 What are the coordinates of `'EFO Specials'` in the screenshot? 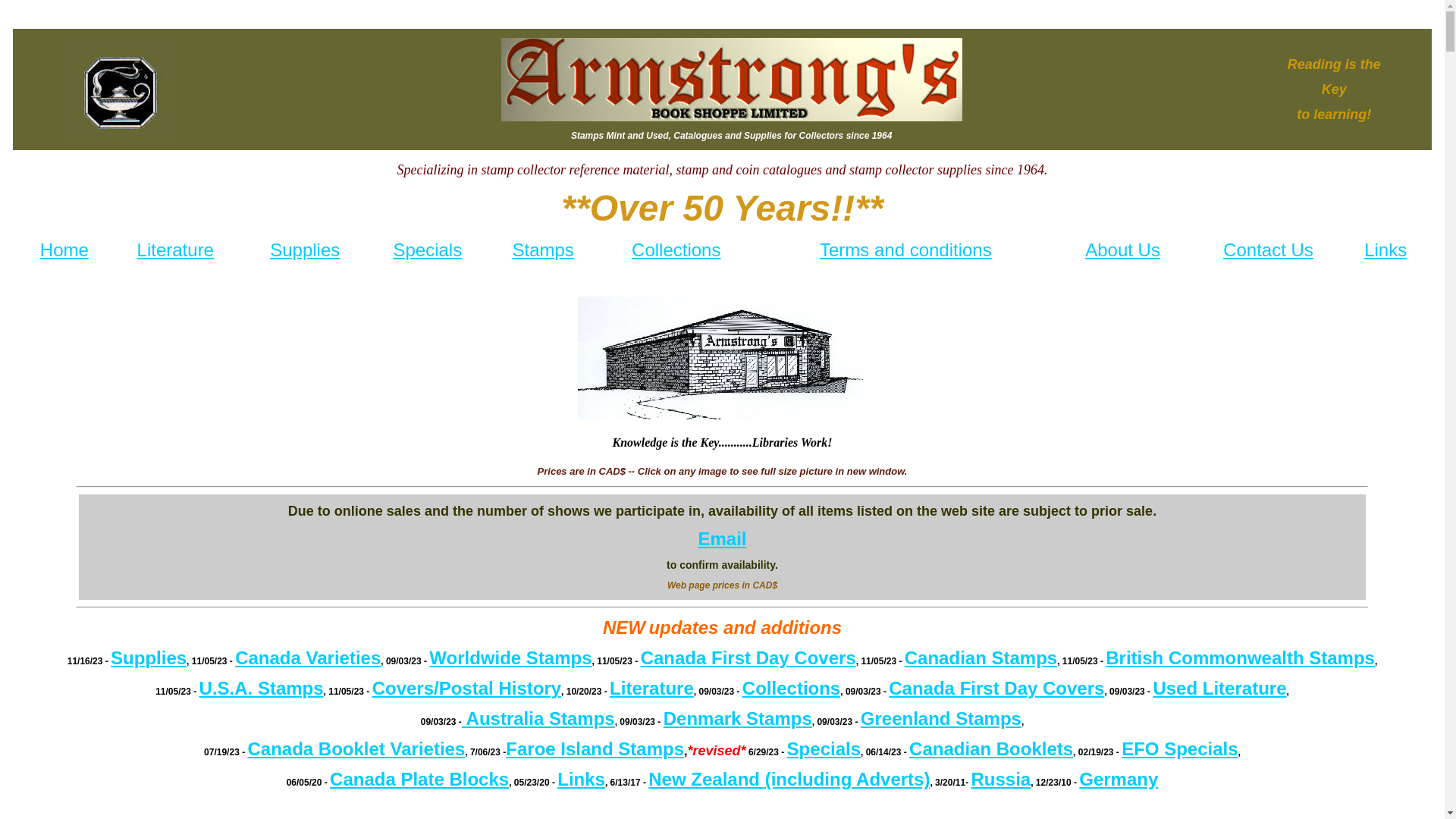 It's located at (1121, 748).